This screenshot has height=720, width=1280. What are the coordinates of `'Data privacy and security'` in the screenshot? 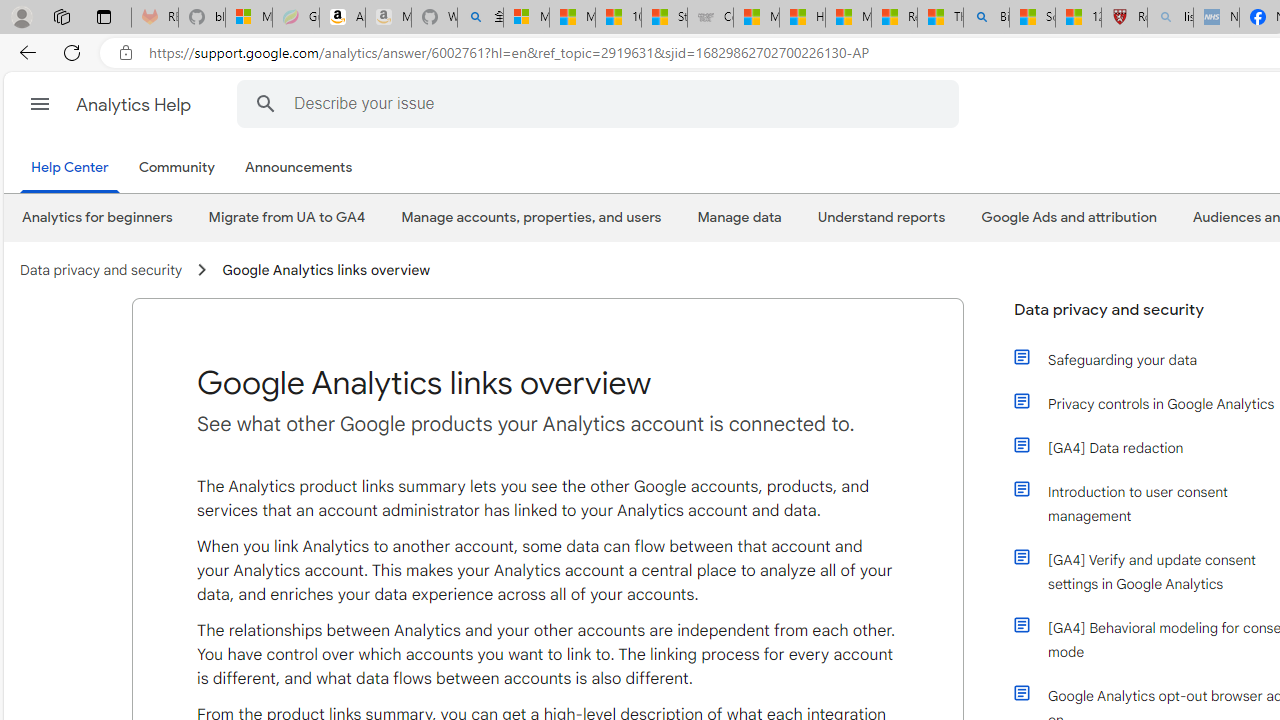 It's located at (100, 270).